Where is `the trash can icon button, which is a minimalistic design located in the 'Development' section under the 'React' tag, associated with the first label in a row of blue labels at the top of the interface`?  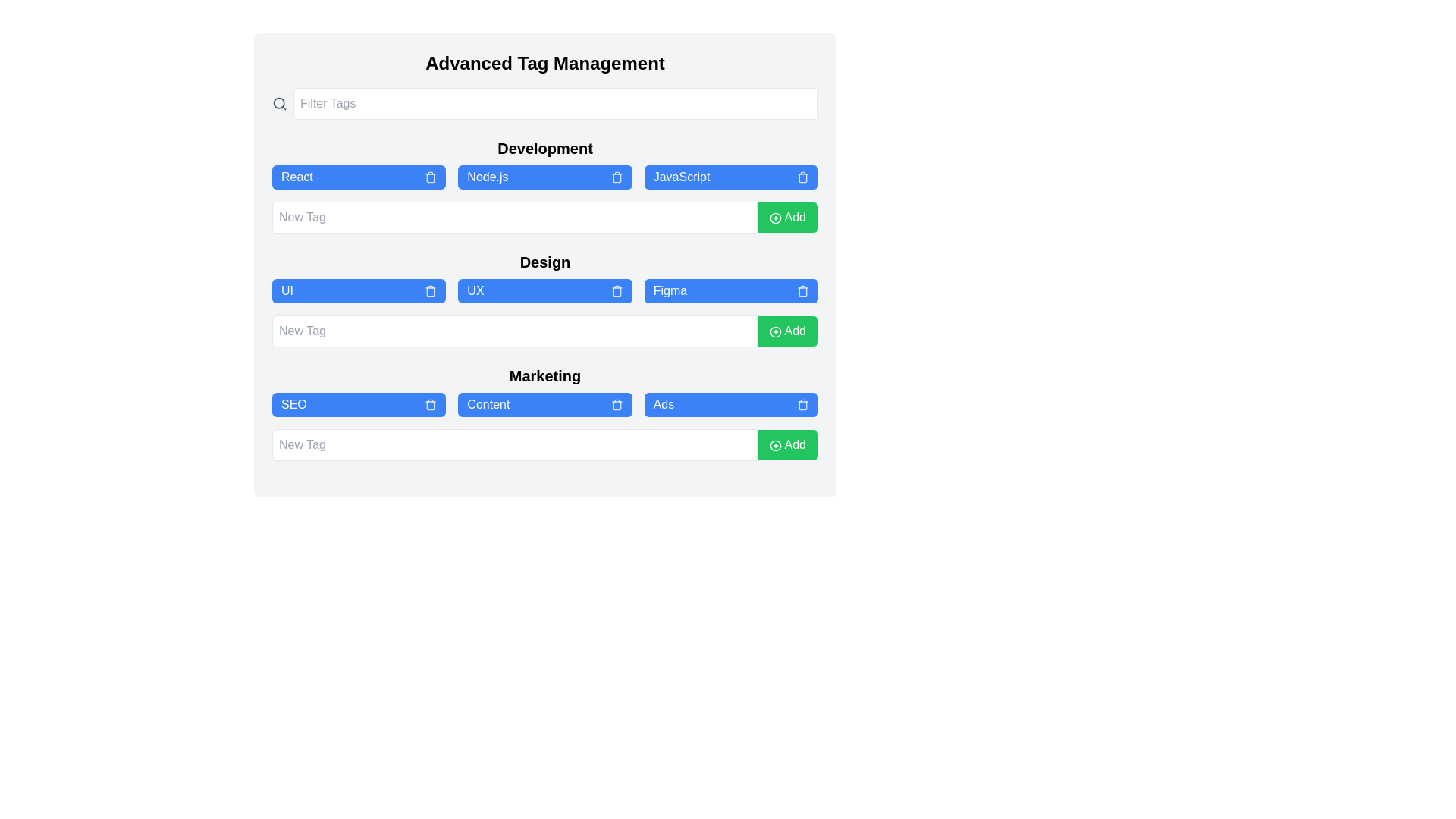
the trash can icon button, which is a minimalistic design located in the 'Development' section under the 'React' tag, associated with the first label in a row of blue labels at the top of the interface is located at coordinates (430, 177).